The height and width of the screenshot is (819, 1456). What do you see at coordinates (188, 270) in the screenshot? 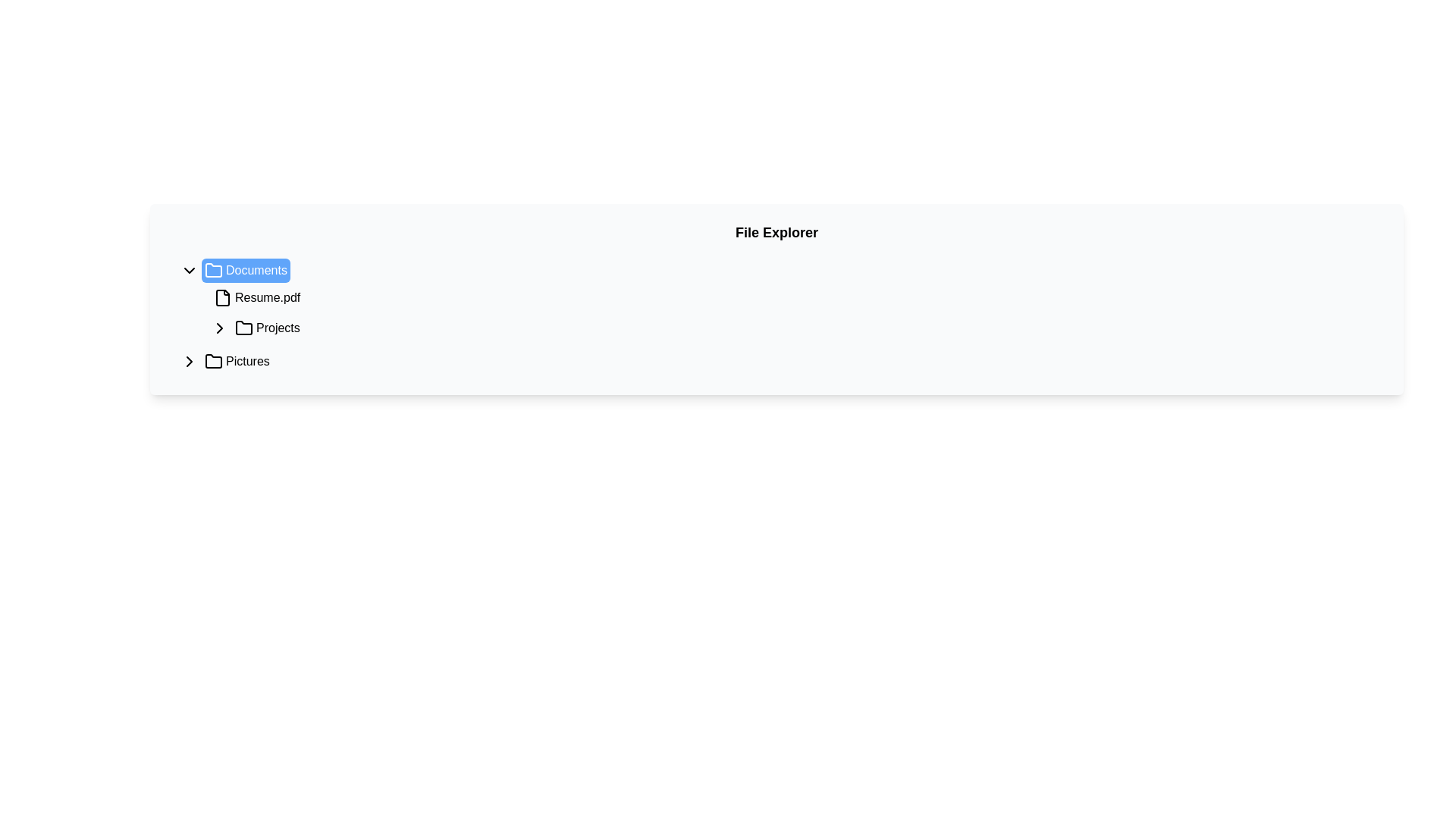
I see `the toggle button located to the left and slightly above the 'Documents' folder label` at bounding box center [188, 270].